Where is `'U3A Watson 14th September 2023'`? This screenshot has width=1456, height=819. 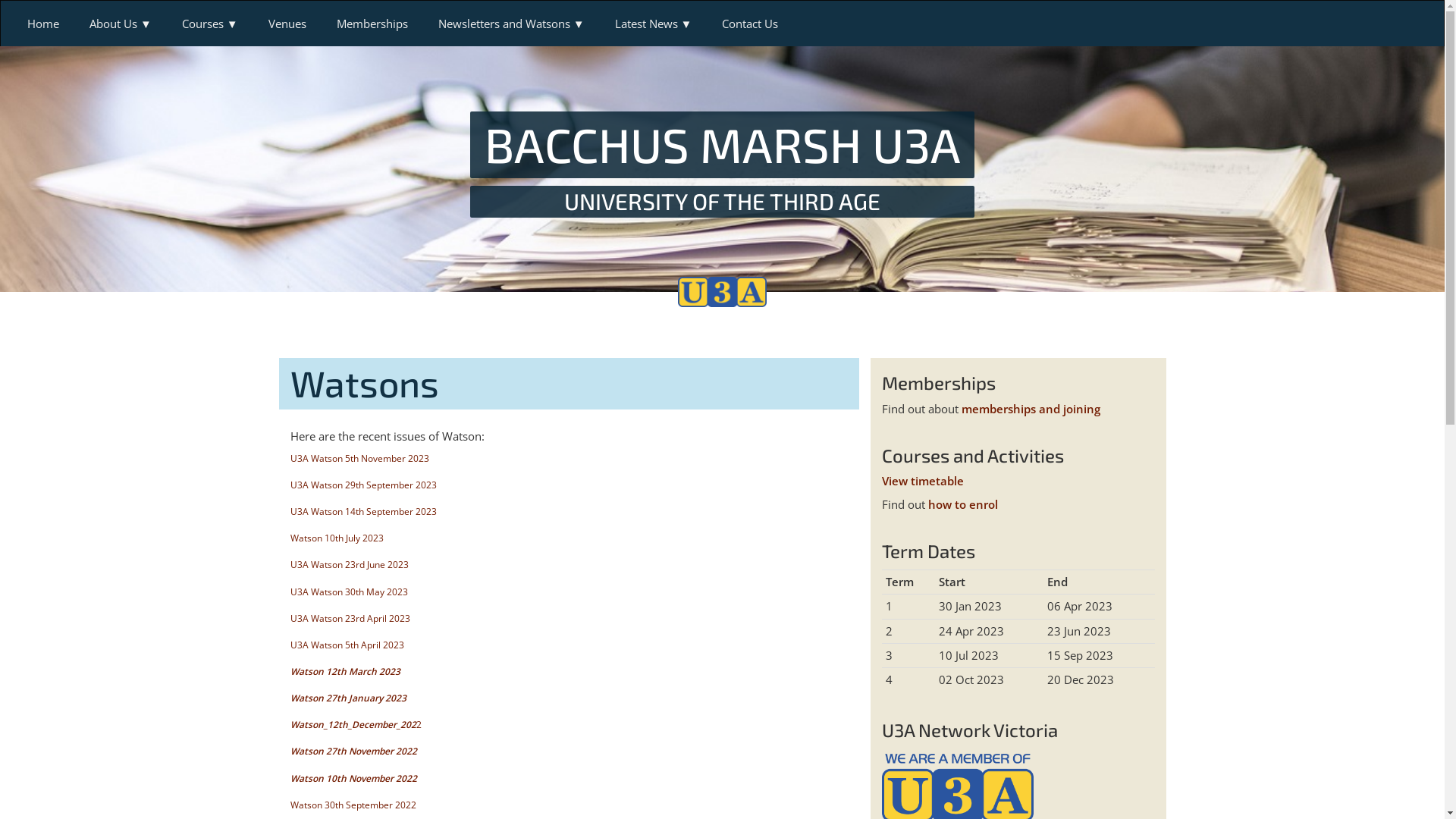 'U3A Watson 14th September 2023' is located at coordinates (290, 511).